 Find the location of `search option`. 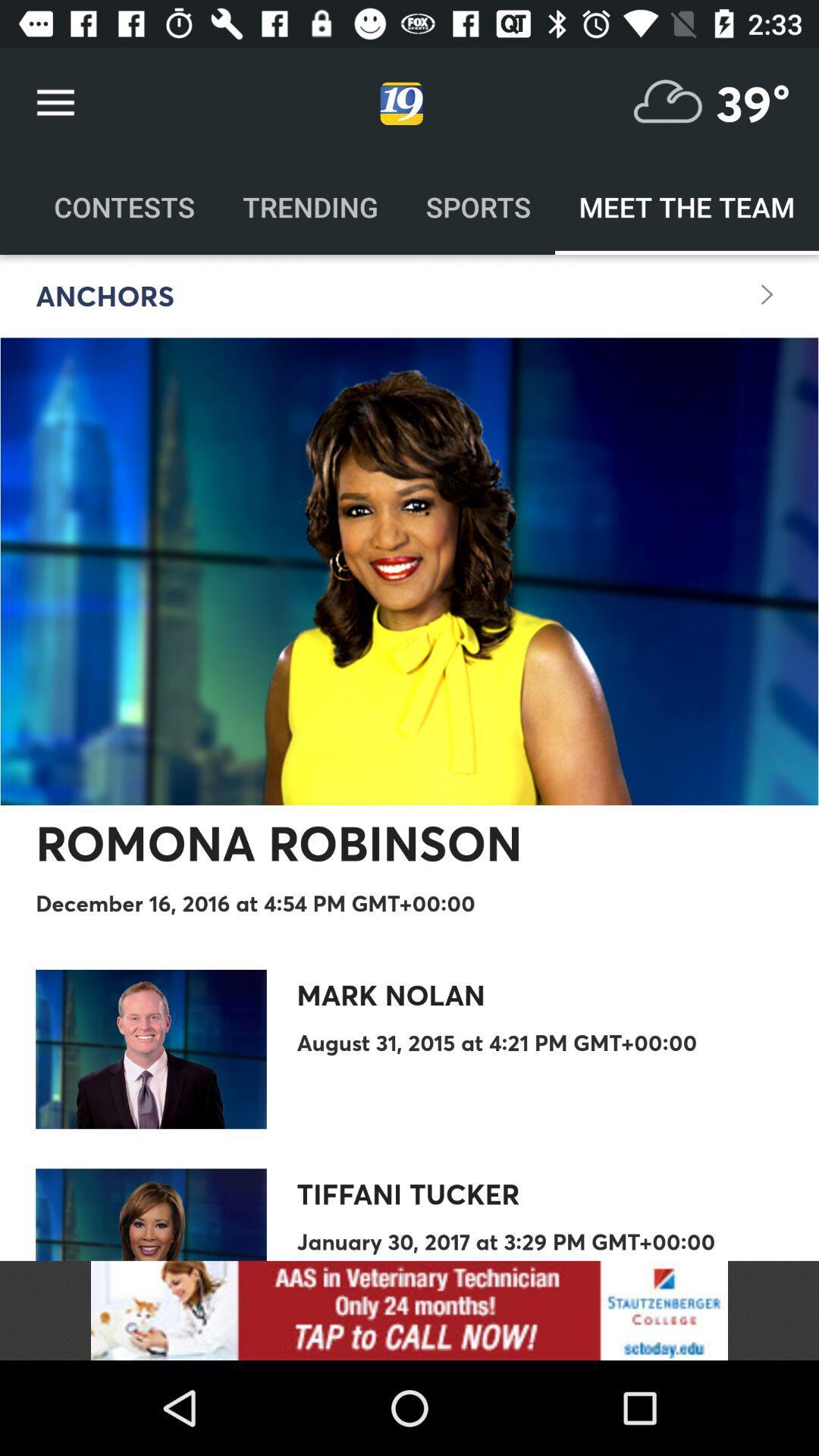

search option is located at coordinates (667, 102).